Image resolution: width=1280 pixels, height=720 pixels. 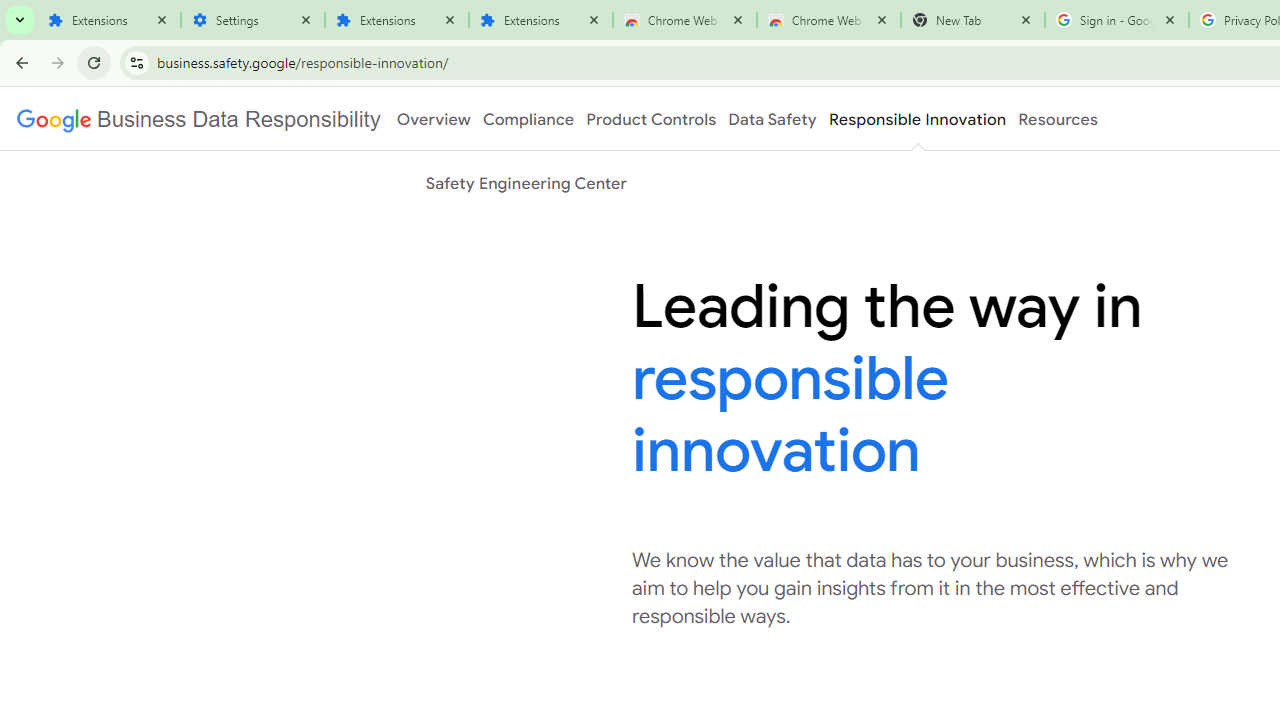 I want to click on 'Google logo', so click(x=199, y=119).